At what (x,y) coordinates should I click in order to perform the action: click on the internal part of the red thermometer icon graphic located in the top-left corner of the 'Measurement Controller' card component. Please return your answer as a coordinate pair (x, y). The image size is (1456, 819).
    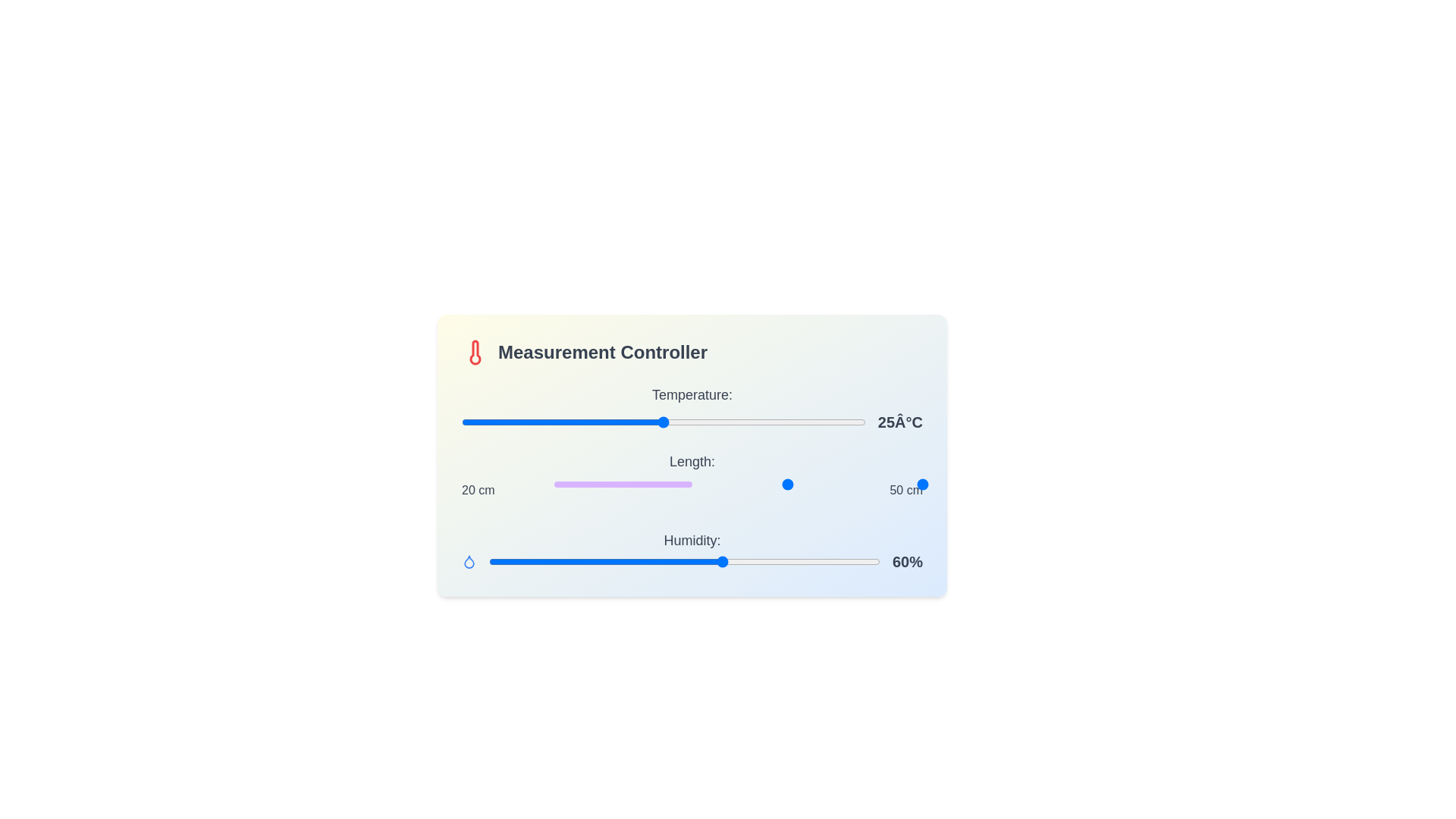
    Looking at the image, I should click on (475, 353).